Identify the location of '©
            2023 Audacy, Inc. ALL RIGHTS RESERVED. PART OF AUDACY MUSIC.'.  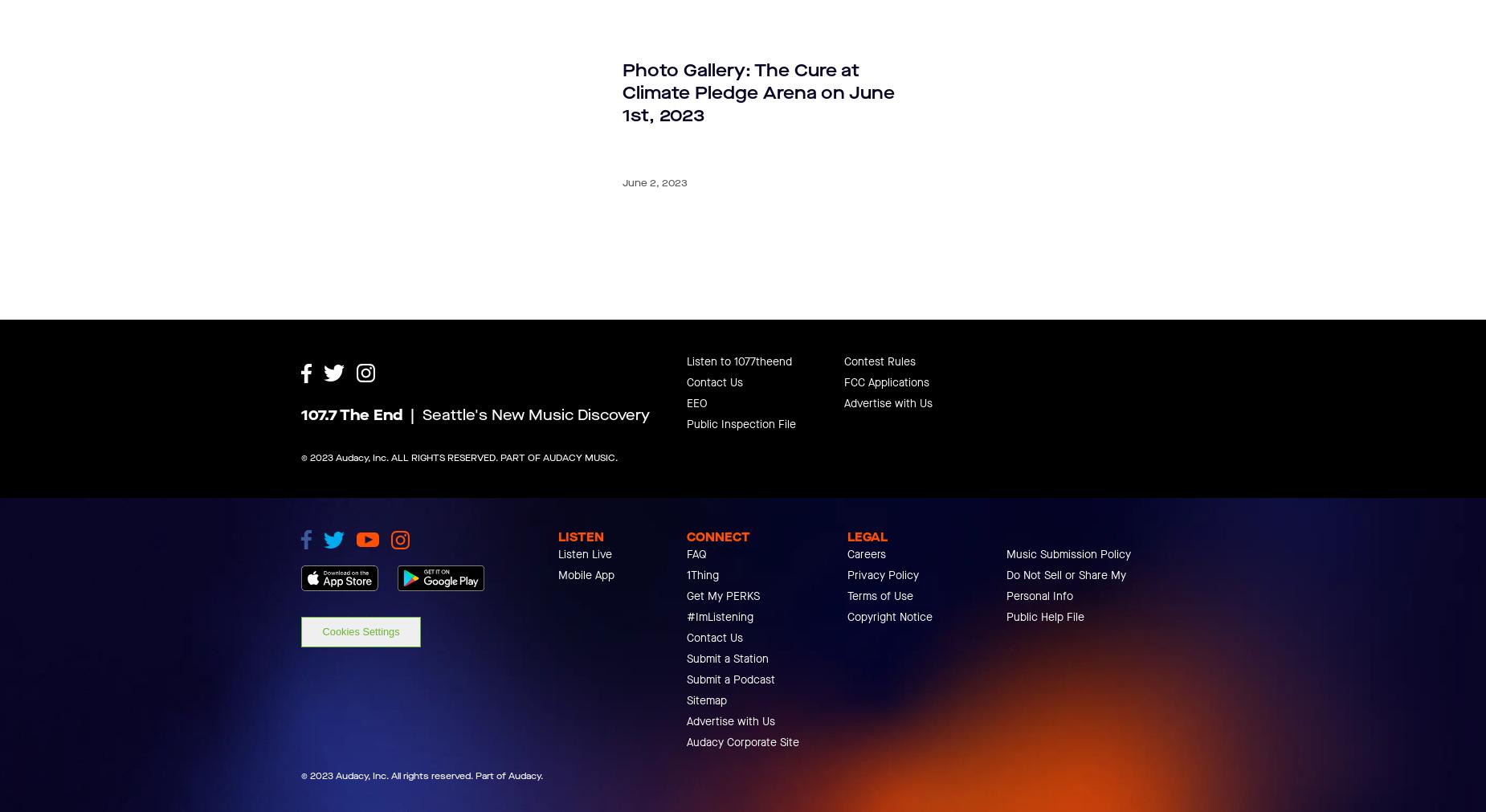
(459, 530).